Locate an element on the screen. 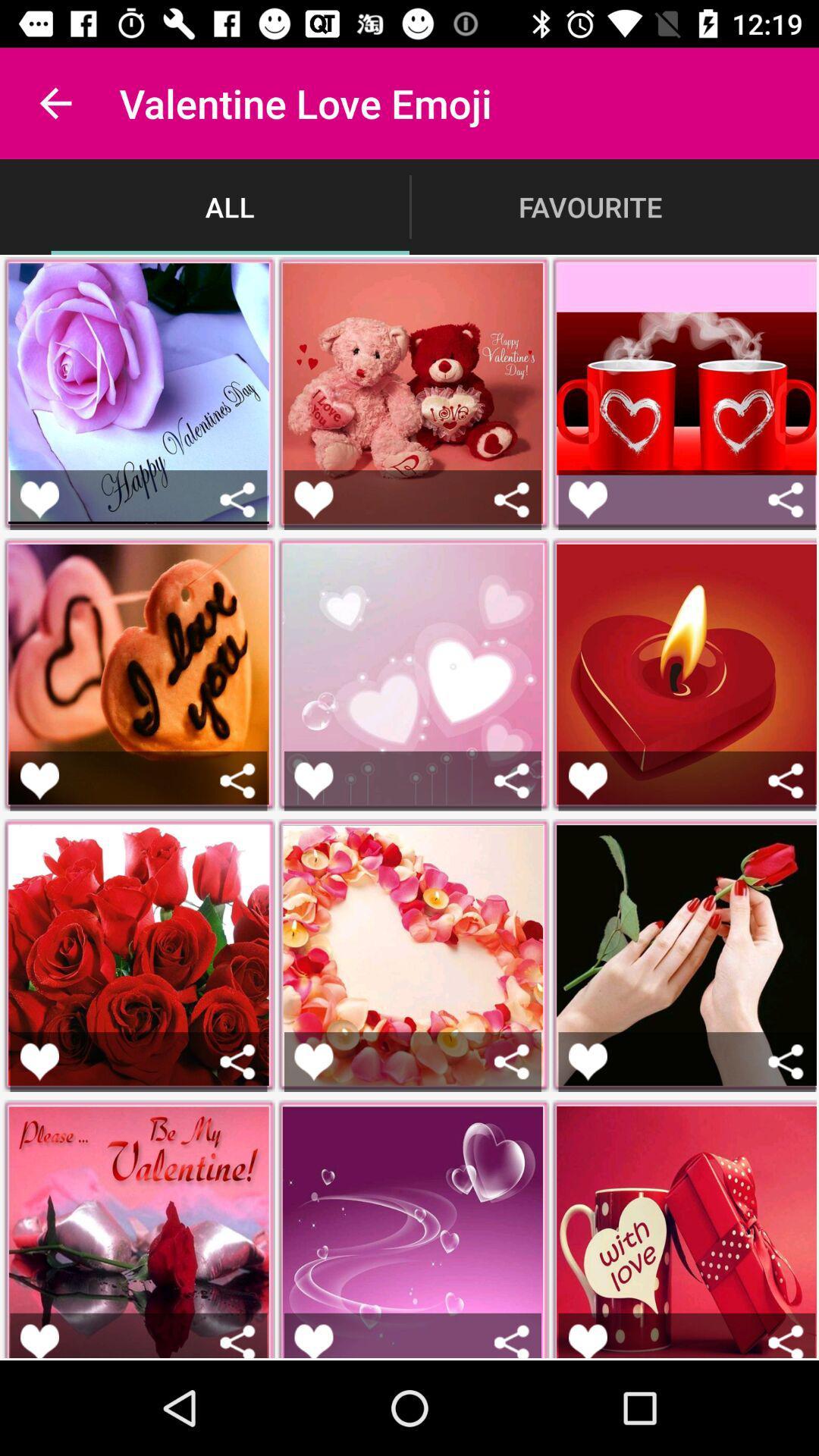 The image size is (819, 1456). click heart like button happy valentines day is located at coordinates (39, 500).